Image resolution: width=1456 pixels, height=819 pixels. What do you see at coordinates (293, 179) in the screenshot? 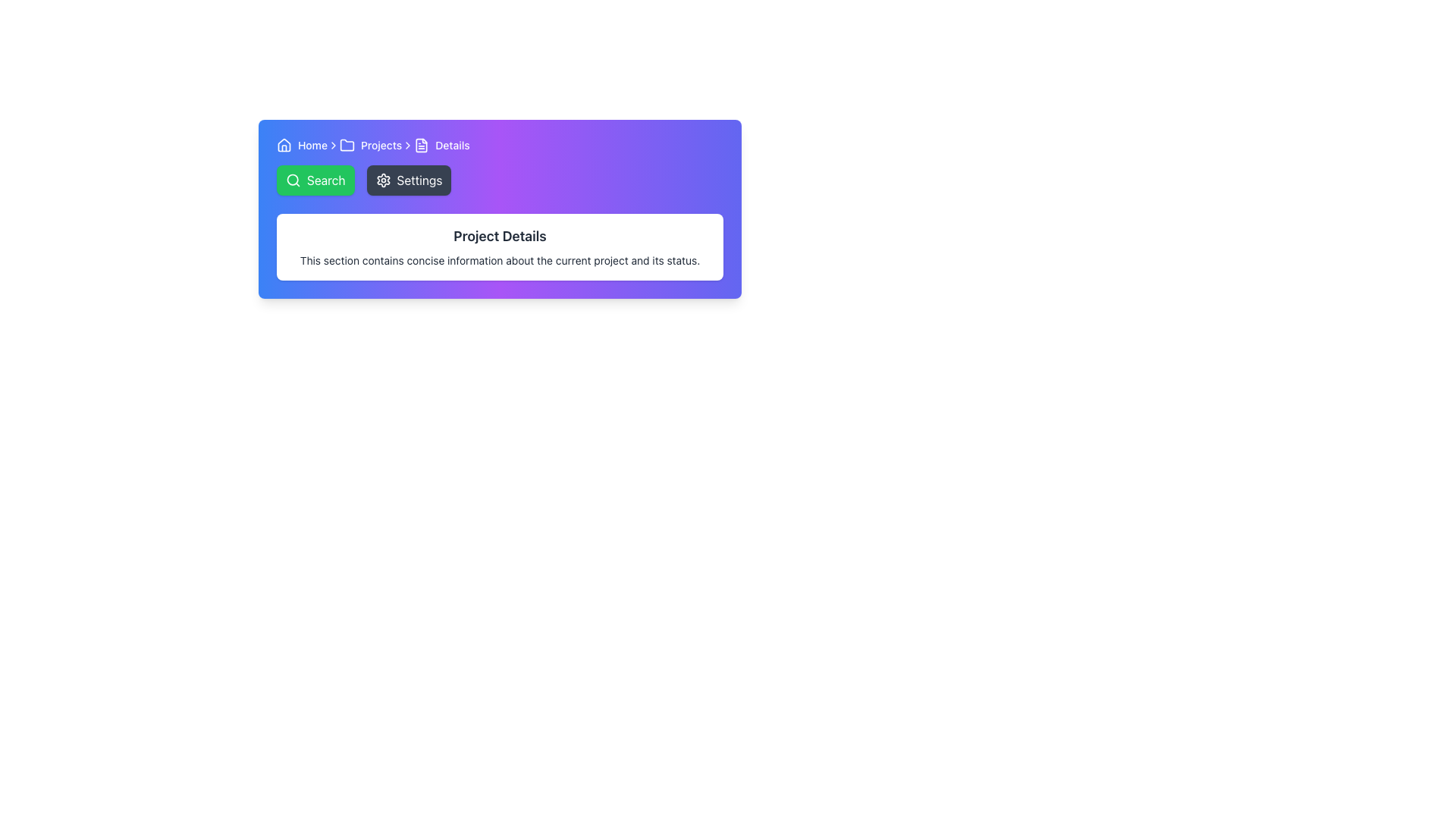
I see `properties of the SVG Circle located within the search button, positioned near the top left of the interface next to the Settings button` at bounding box center [293, 179].